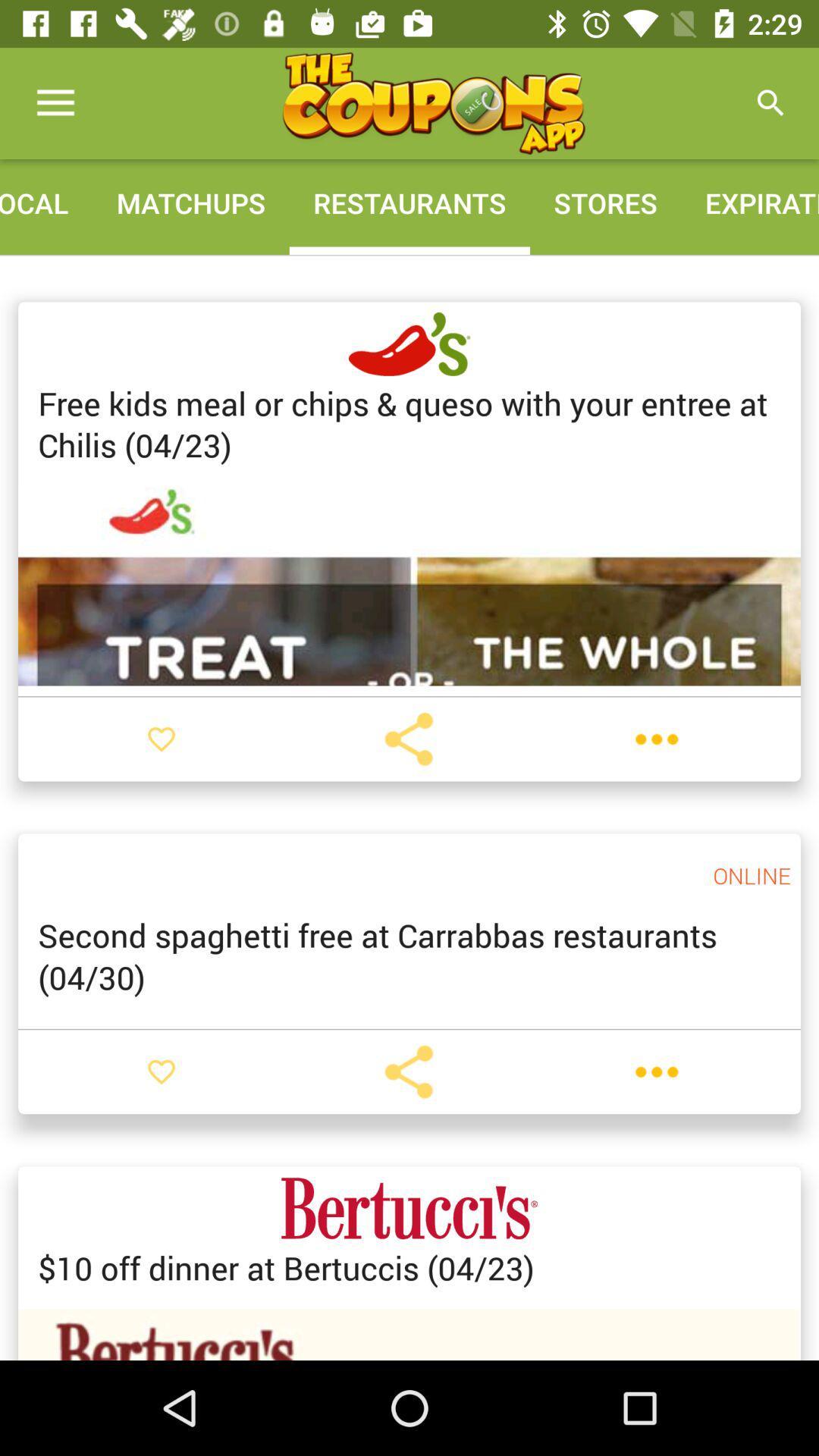 Image resolution: width=819 pixels, height=1456 pixels. I want to click on app, so click(433, 102).